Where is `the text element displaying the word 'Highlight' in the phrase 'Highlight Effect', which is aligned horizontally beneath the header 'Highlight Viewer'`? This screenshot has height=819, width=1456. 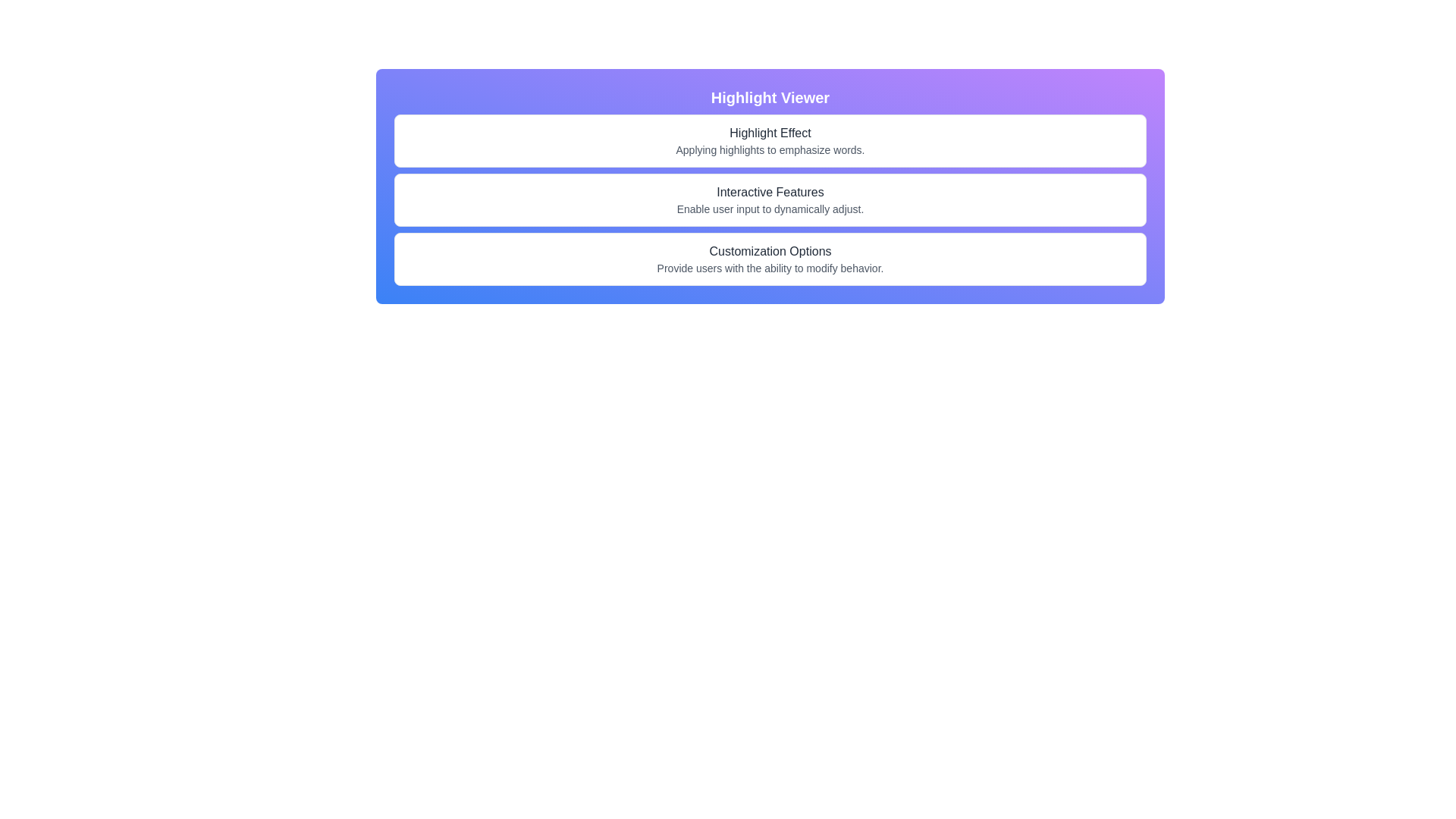
the text element displaying the word 'Highlight' in the phrase 'Highlight Effect', which is aligned horizontally beneath the header 'Highlight Viewer' is located at coordinates (763, 132).